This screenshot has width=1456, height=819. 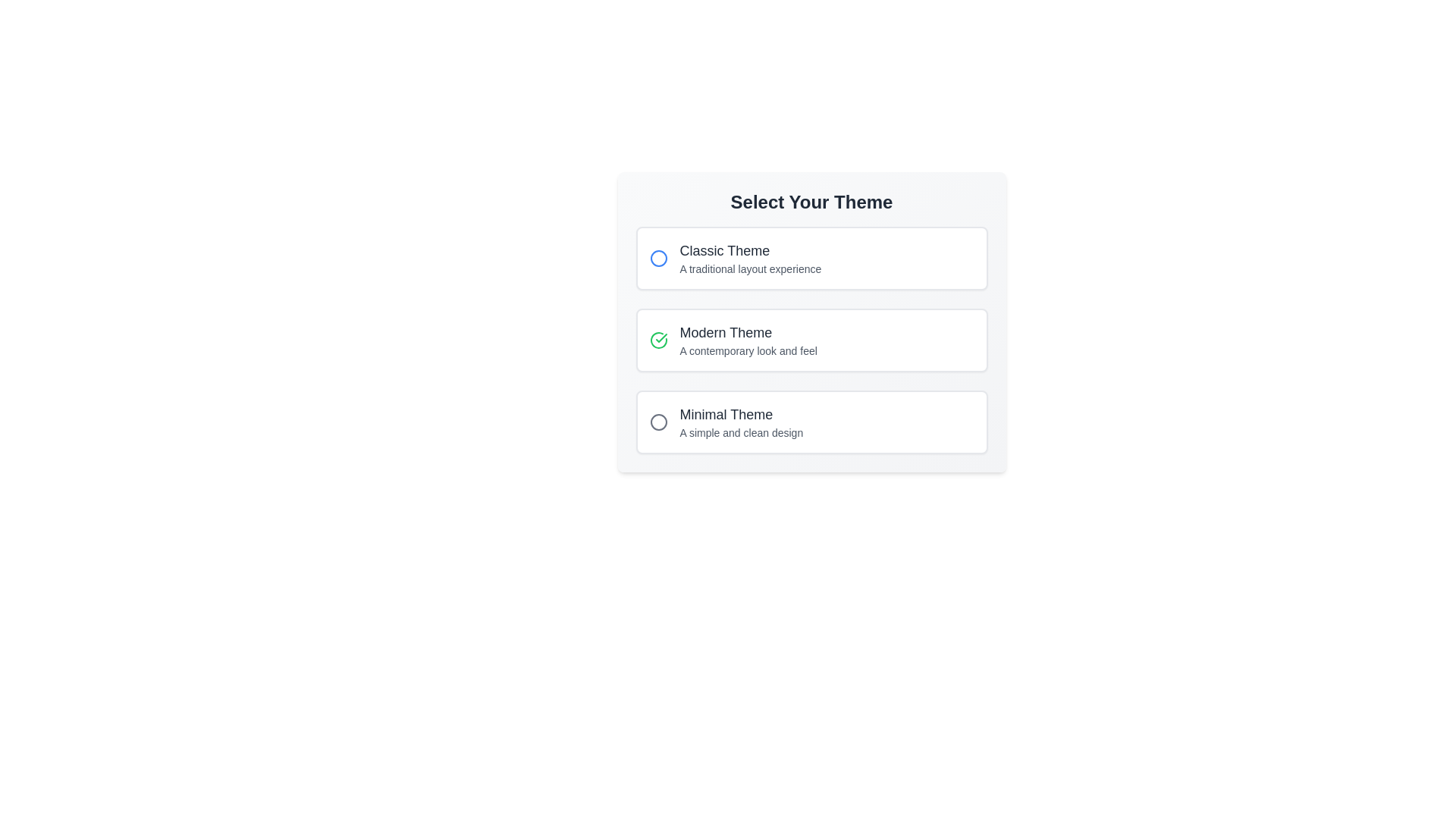 What do you see at coordinates (750, 268) in the screenshot?
I see `the text label that reads 'A traditional layout experience', which is styled in gray and positioned below the 'Classic Theme' title in the 'Select Your Theme' section` at bounding box center [750, 268].